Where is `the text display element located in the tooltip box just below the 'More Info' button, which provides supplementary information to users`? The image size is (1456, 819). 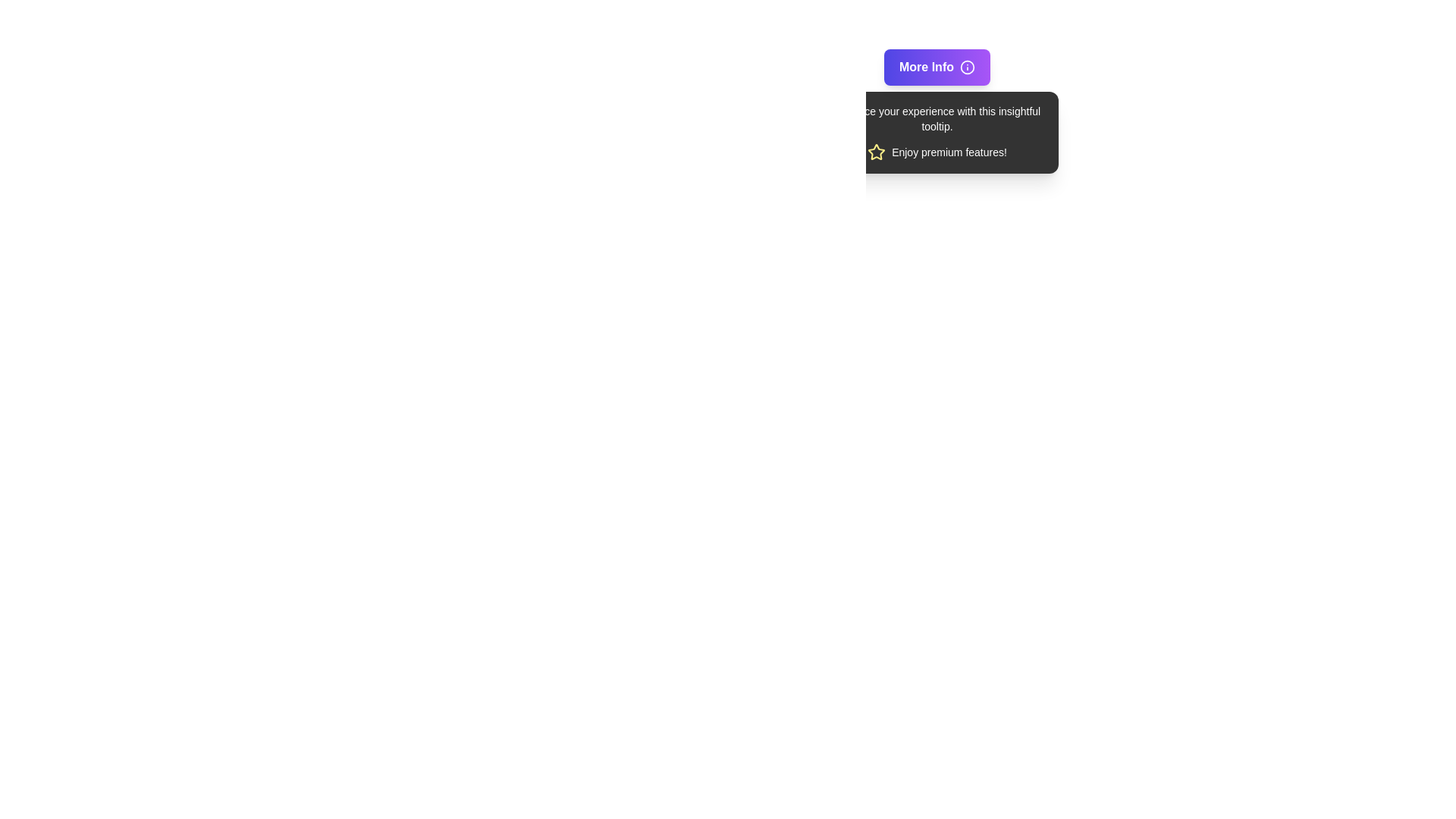 the text display element located in the tooltip box just below the 'More Info' button, which provides supplementary information to users is located at coordinates (937, 118).